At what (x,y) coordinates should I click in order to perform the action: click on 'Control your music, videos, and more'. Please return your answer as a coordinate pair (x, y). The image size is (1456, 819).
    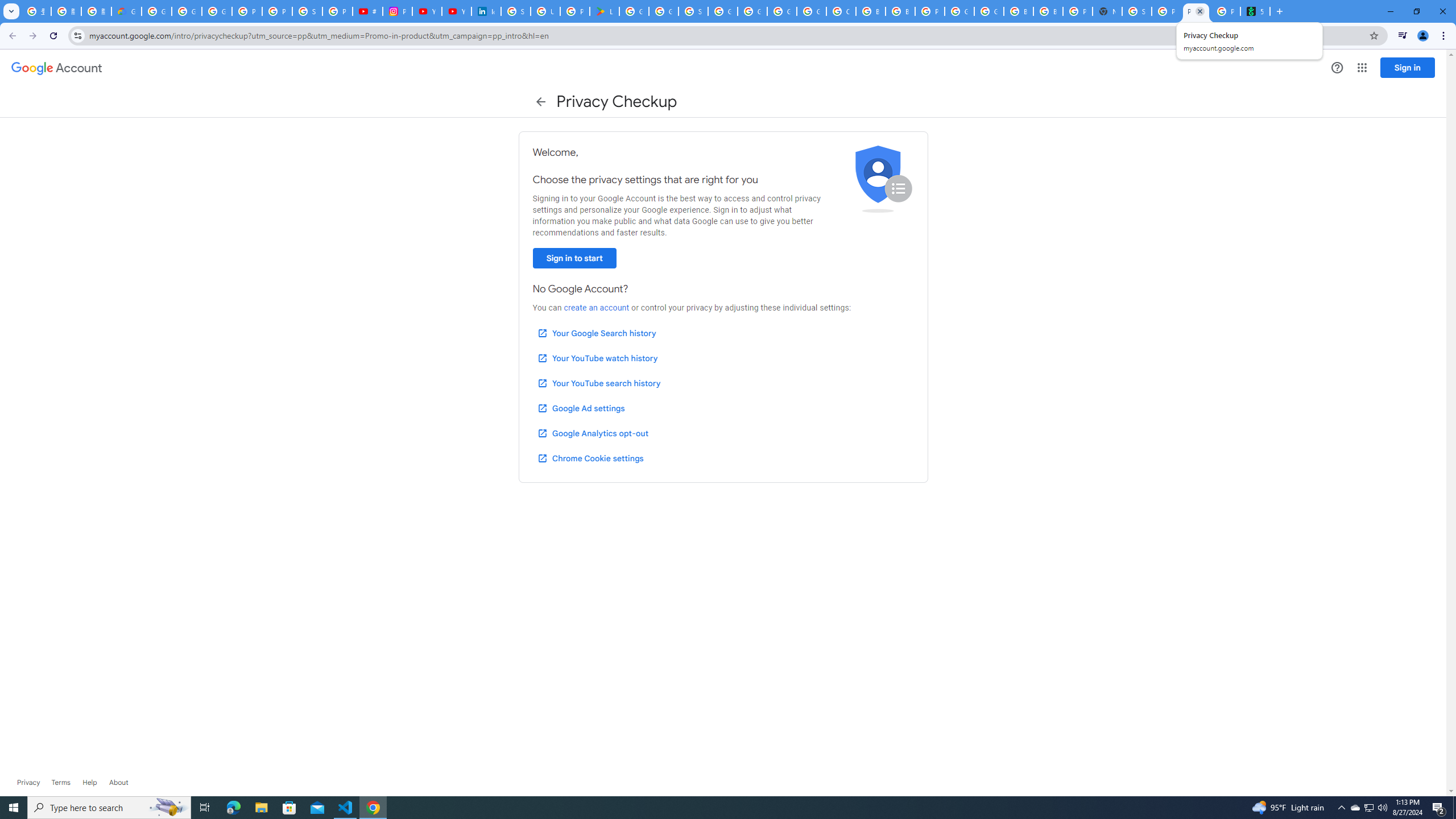
    Looking at the image, I should click on (1403, 35).